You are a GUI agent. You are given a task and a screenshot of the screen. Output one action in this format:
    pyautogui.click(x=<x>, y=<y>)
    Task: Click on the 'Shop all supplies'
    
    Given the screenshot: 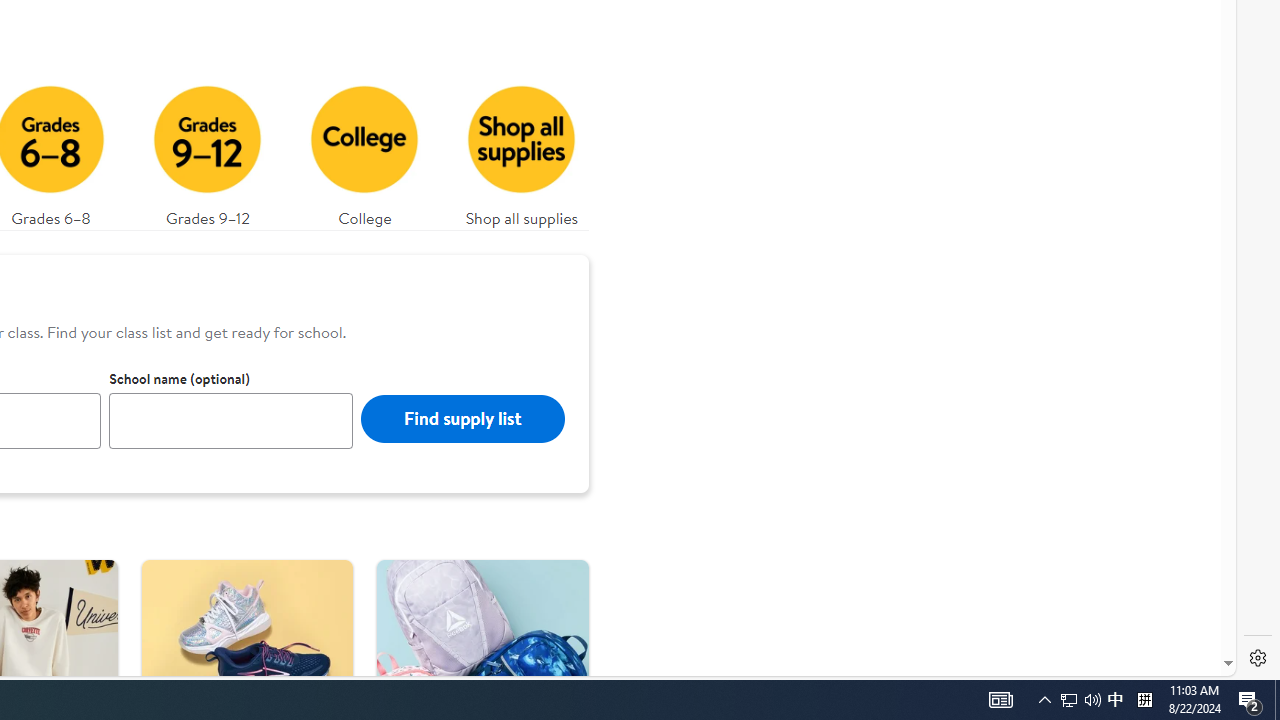 What is the action you would take?
    pyautogui.click(x=522, y=150)
    